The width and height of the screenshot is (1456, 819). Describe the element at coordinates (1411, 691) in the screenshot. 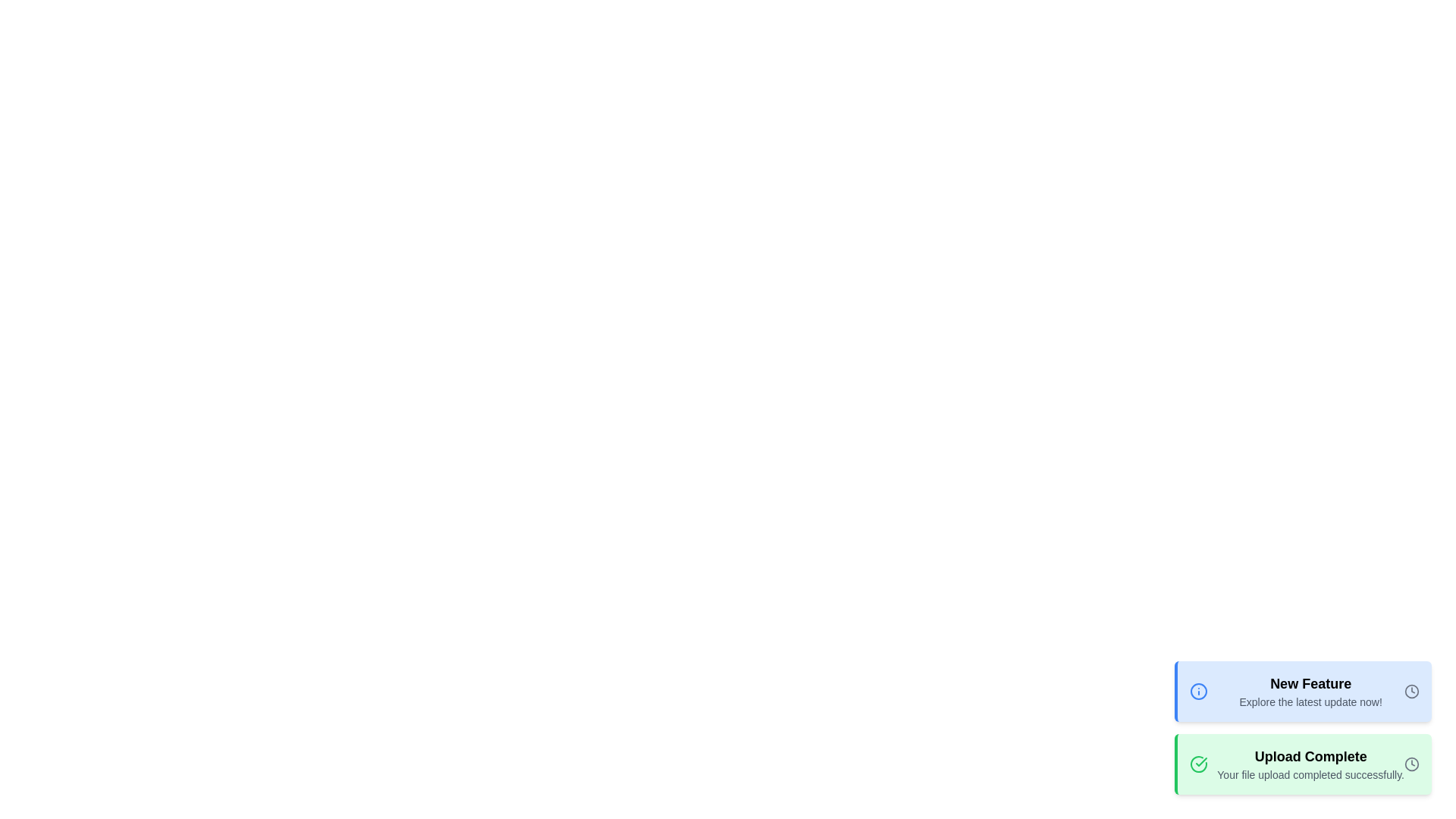

I see `the dismiss button of the notification` at that location.